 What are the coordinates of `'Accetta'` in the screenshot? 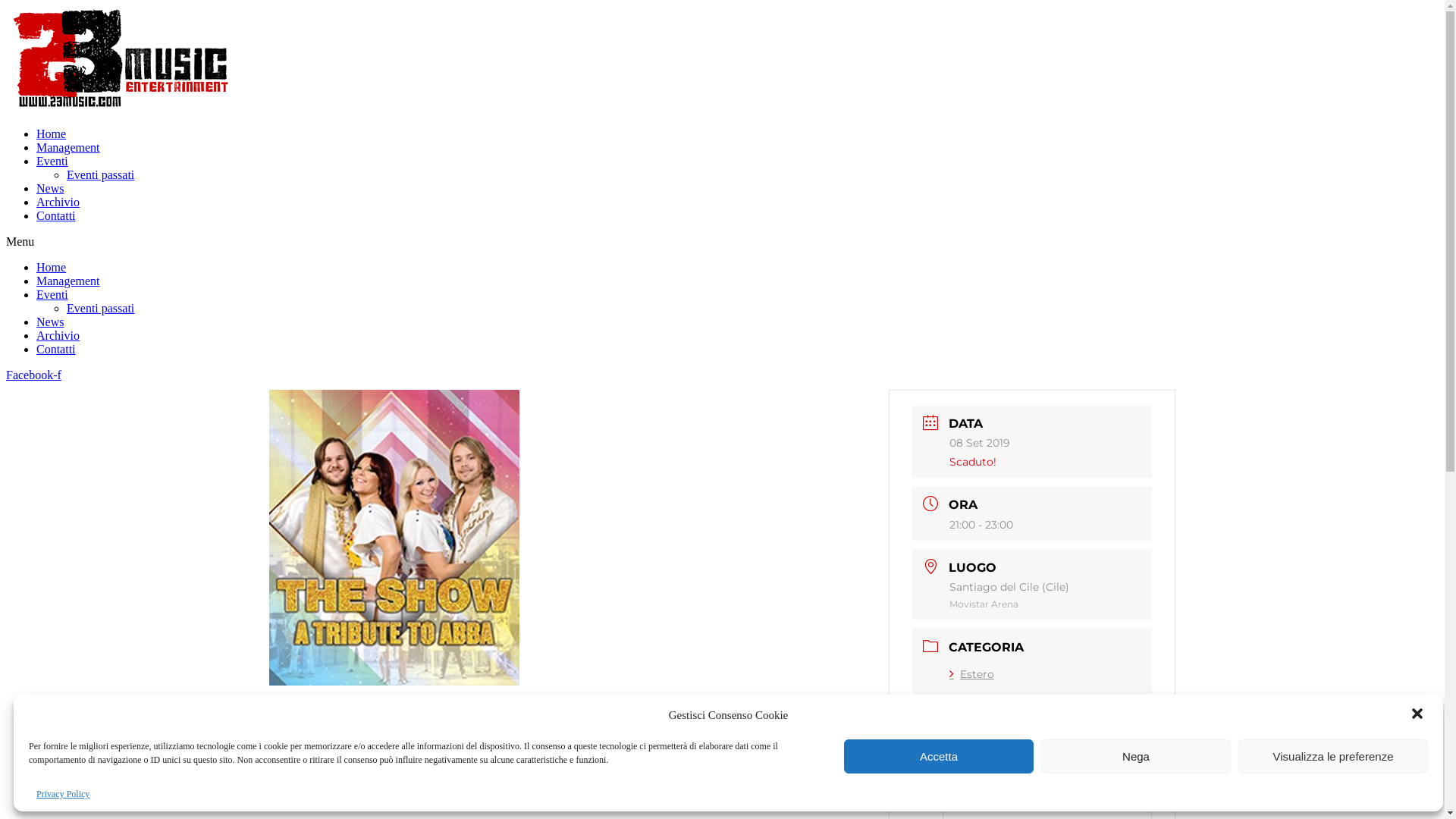 It's located at (938, 756).